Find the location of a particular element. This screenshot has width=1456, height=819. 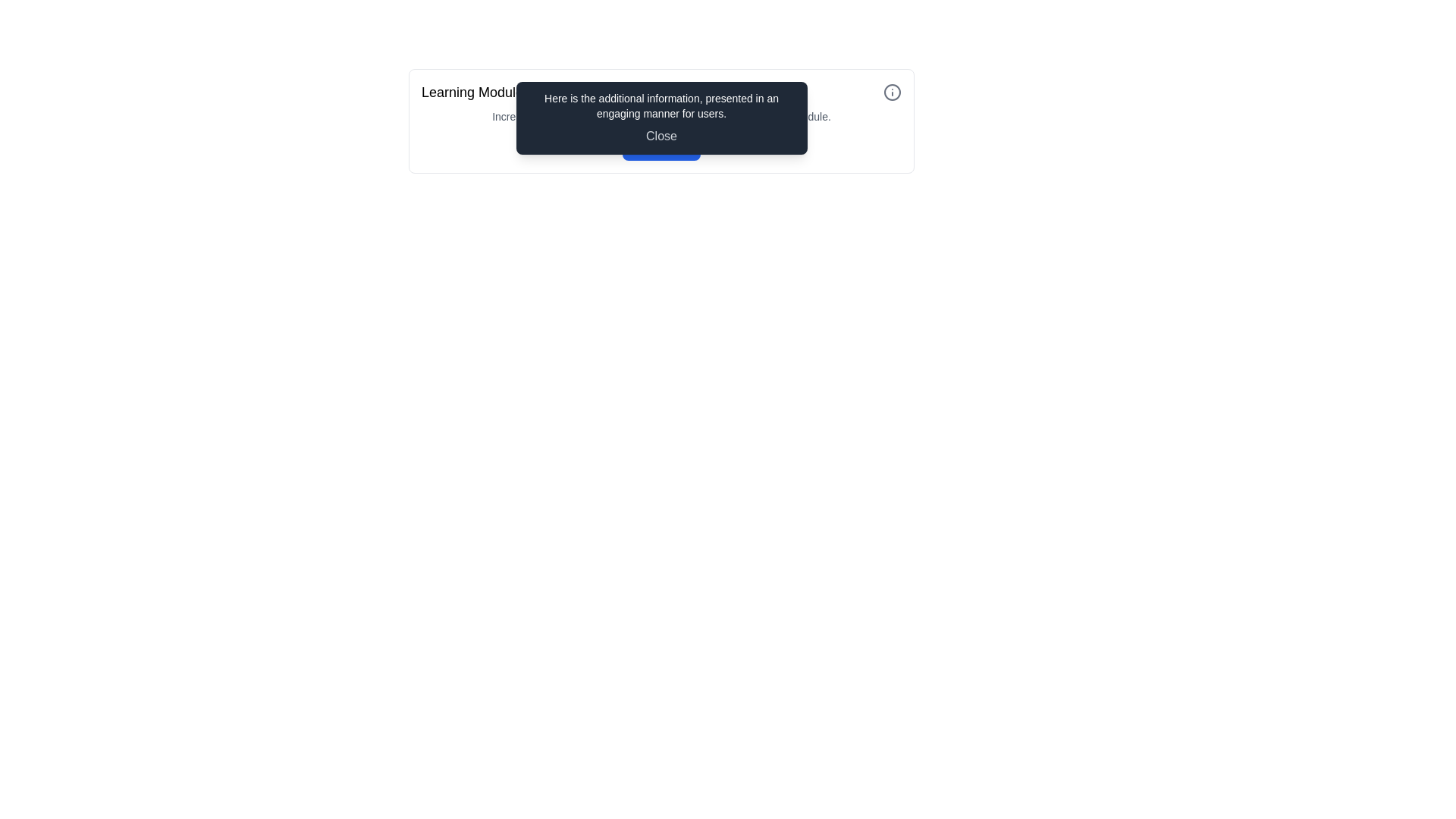

the close button located at the bottom of the modal is located at coordinates (661, 136).